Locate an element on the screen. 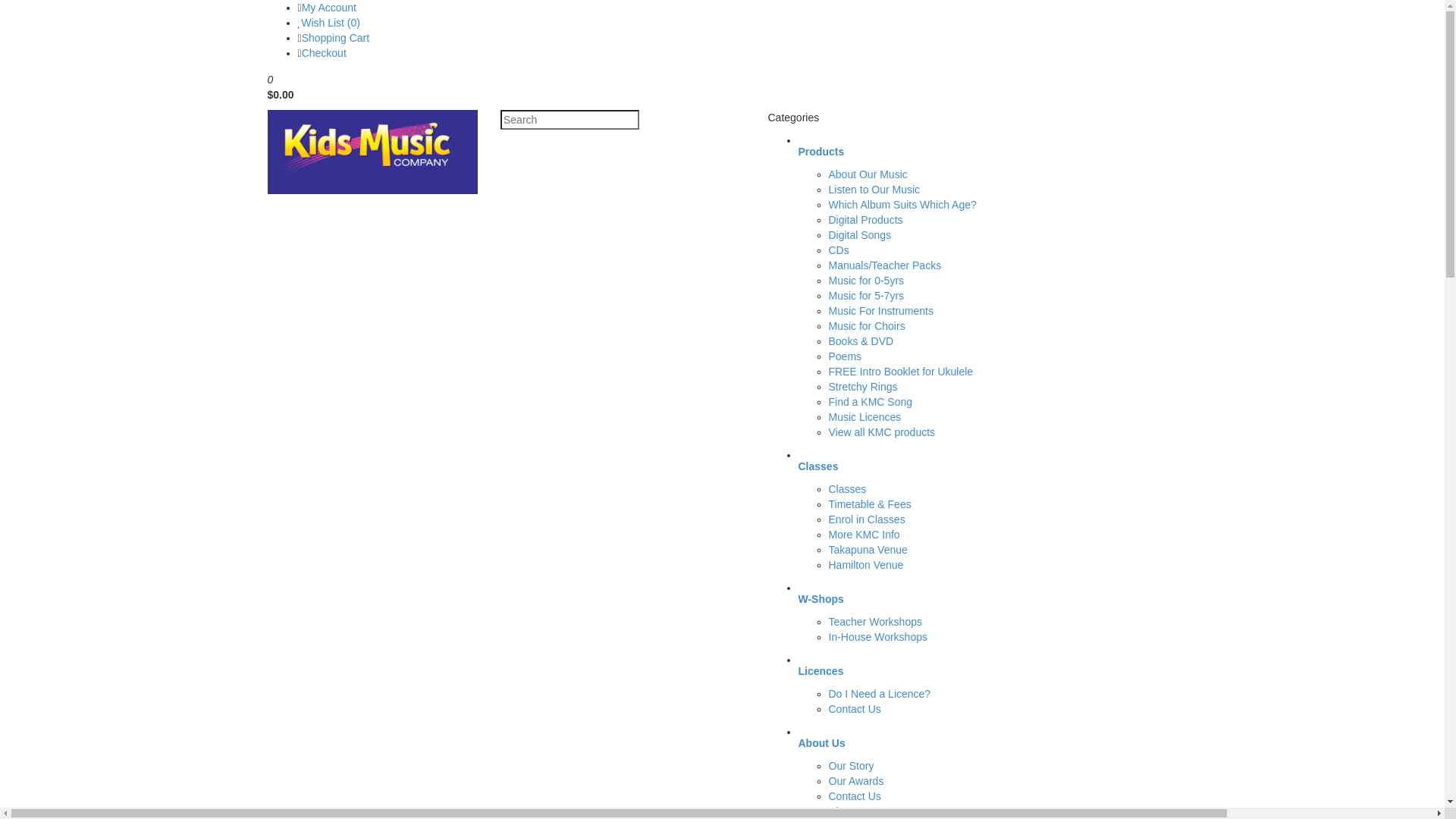 This screenshot has height=819, width=1456. 'Teacher Workshops' is located at coordinates (874, 622).